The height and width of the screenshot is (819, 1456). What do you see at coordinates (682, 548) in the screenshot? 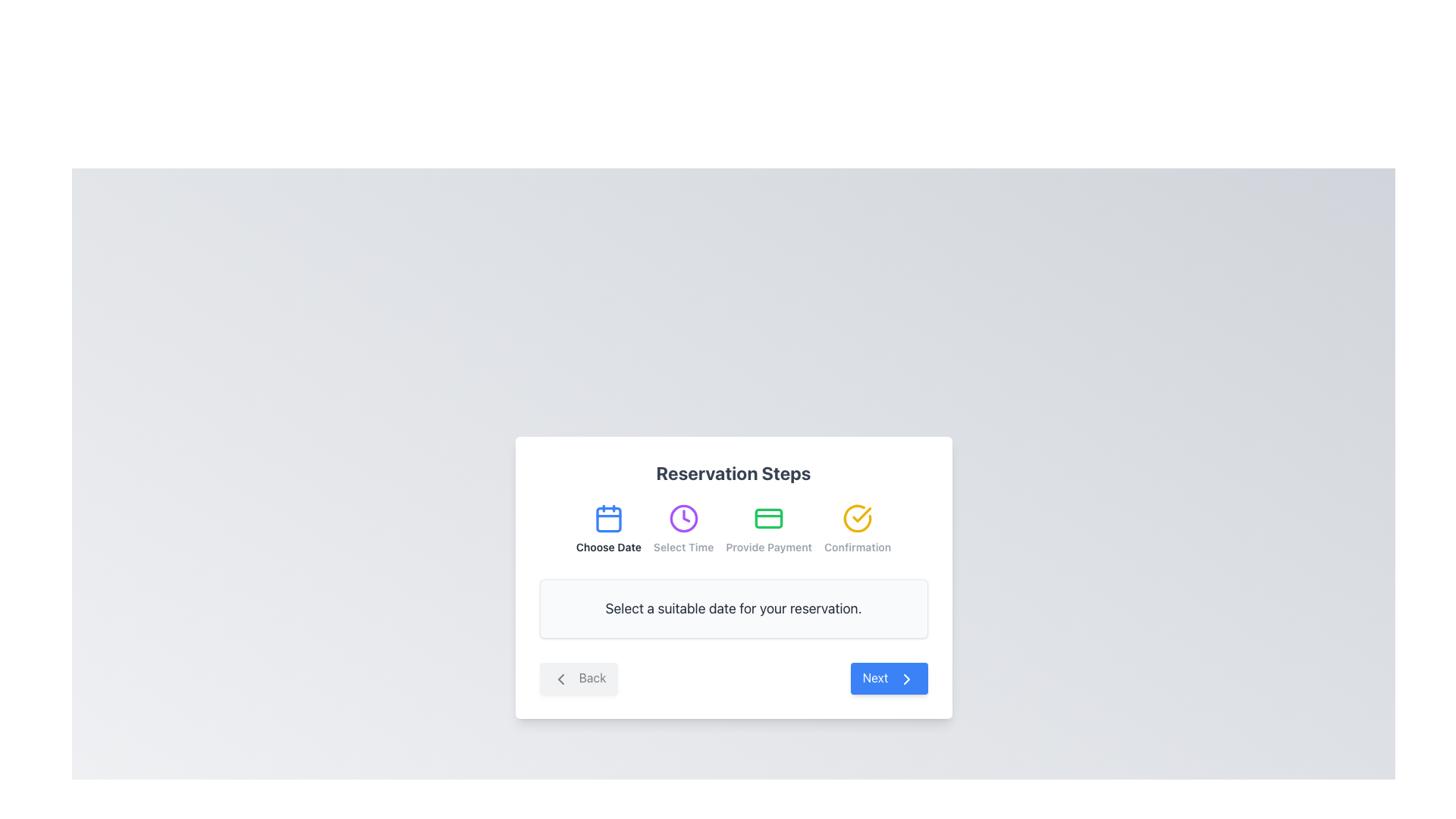
I see `the text label indicating the step for selecting a time in the reservation flow, which is positioned directly under a clock icon` at bounding box center [682, 548].